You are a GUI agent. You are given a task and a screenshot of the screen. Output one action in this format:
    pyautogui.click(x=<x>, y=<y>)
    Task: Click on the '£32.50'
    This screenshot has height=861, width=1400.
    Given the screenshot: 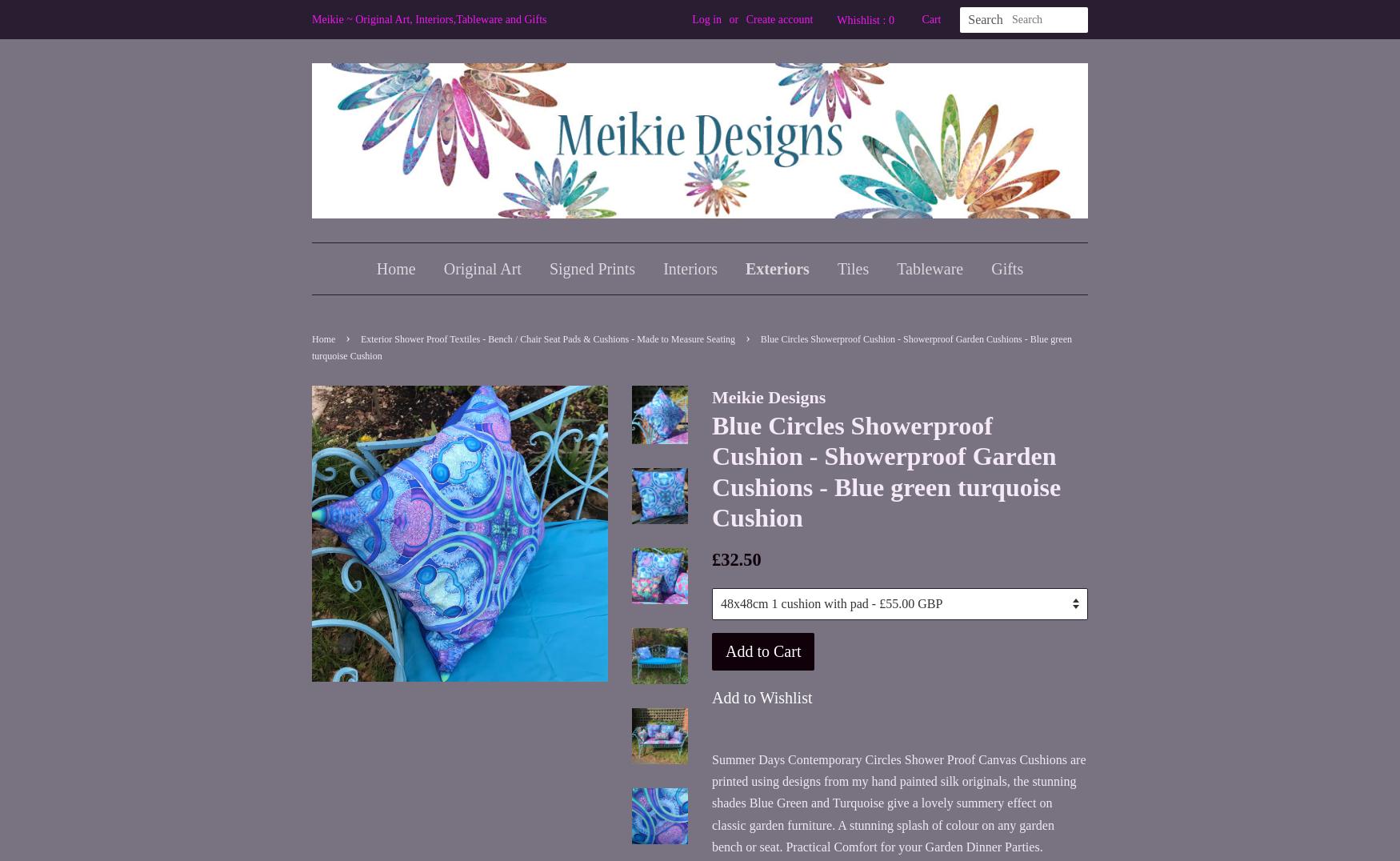 What is the action you would take?
    pyautogui.click(x=735, y=559)
    